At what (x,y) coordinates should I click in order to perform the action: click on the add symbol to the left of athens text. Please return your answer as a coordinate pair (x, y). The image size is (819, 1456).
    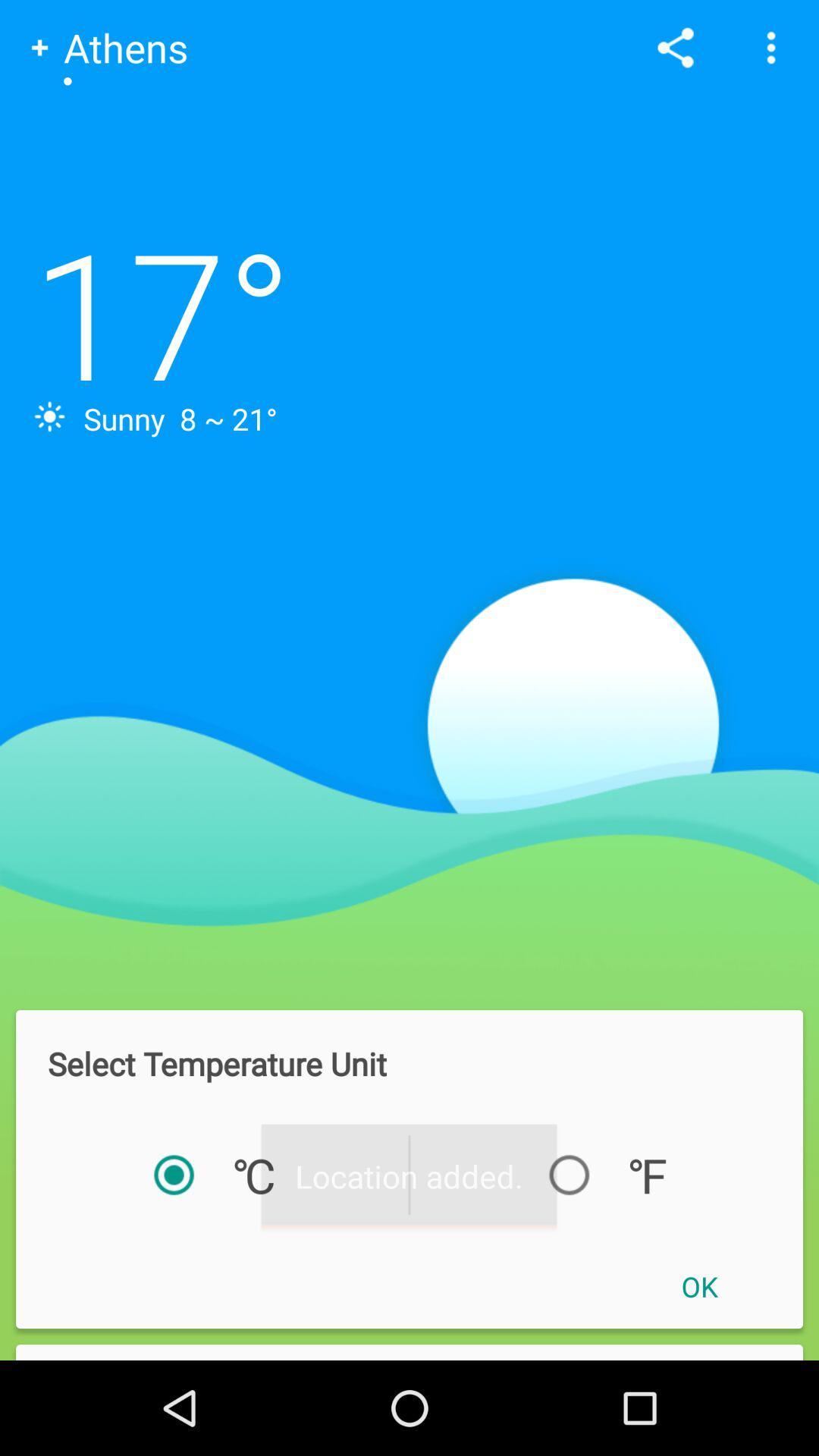
    Looking at the image, I should click on (39, 48).